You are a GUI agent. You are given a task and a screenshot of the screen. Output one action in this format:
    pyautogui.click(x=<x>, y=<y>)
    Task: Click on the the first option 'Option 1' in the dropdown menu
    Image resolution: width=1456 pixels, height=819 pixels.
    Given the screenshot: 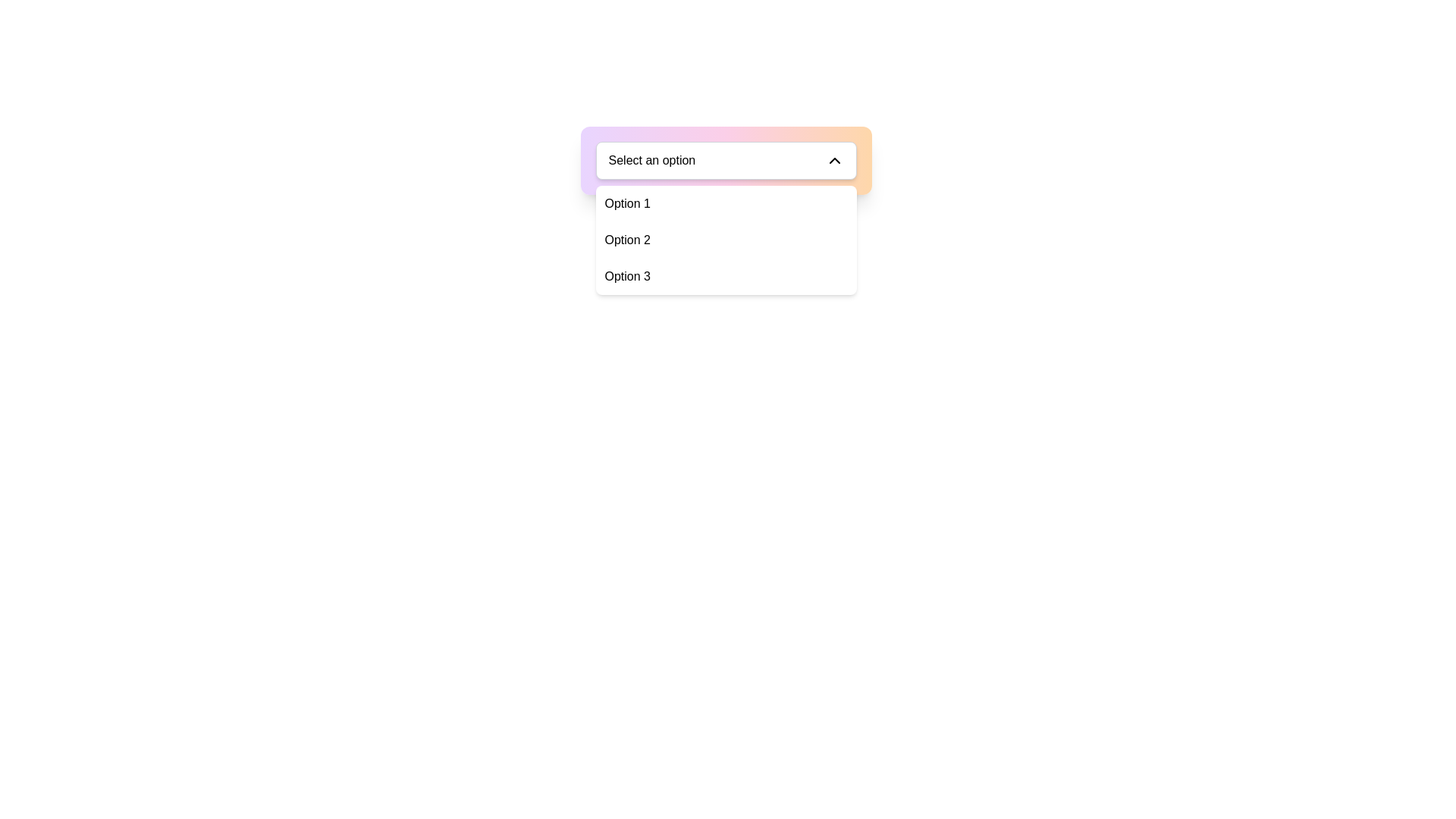 What is the action you would take?
    pyautogui.click(x=725, y=203)
    